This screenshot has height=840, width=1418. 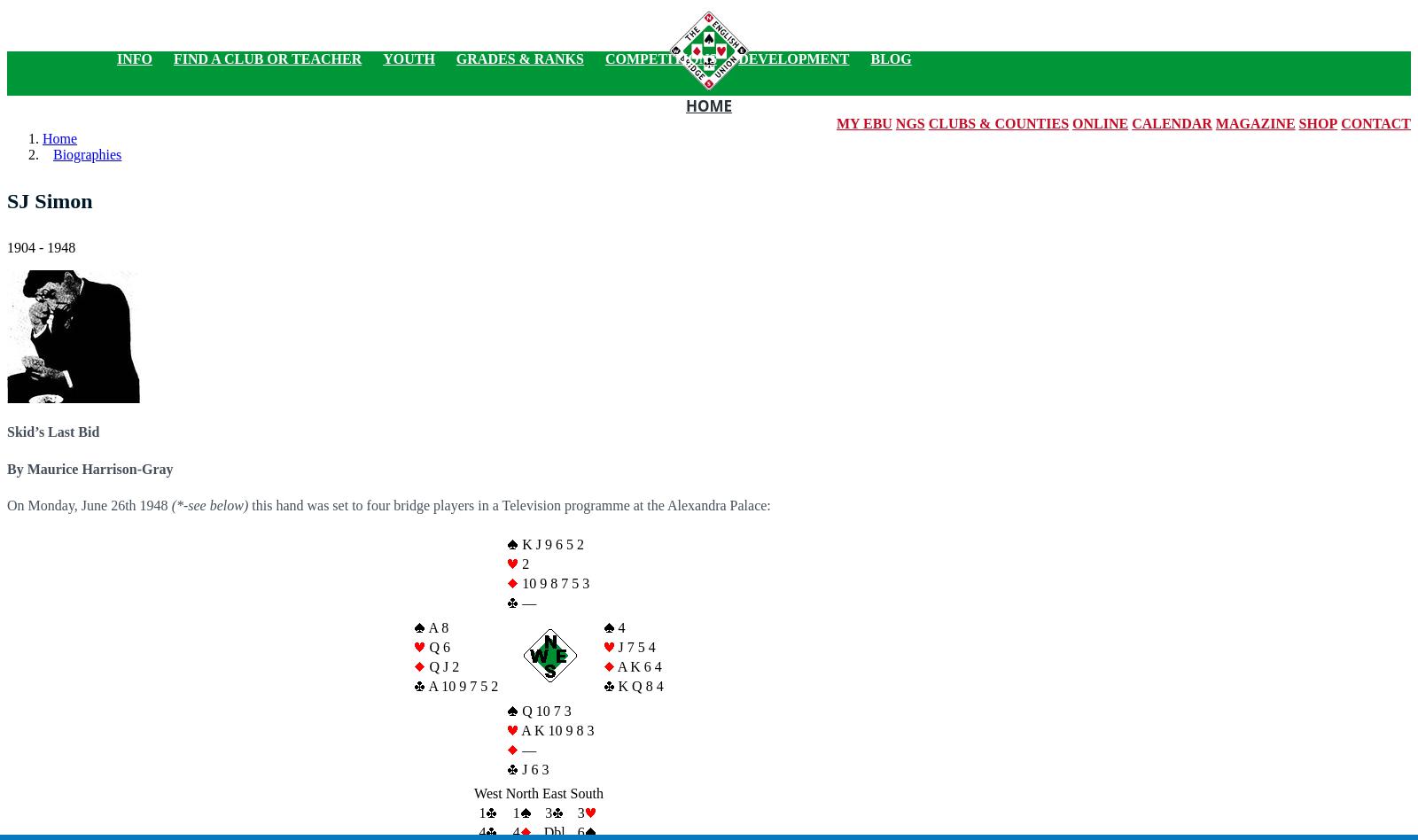 What do you see at coordinates (134, 58) in the screenshot?
I see `'Info'` at bounding box center [134, 58].